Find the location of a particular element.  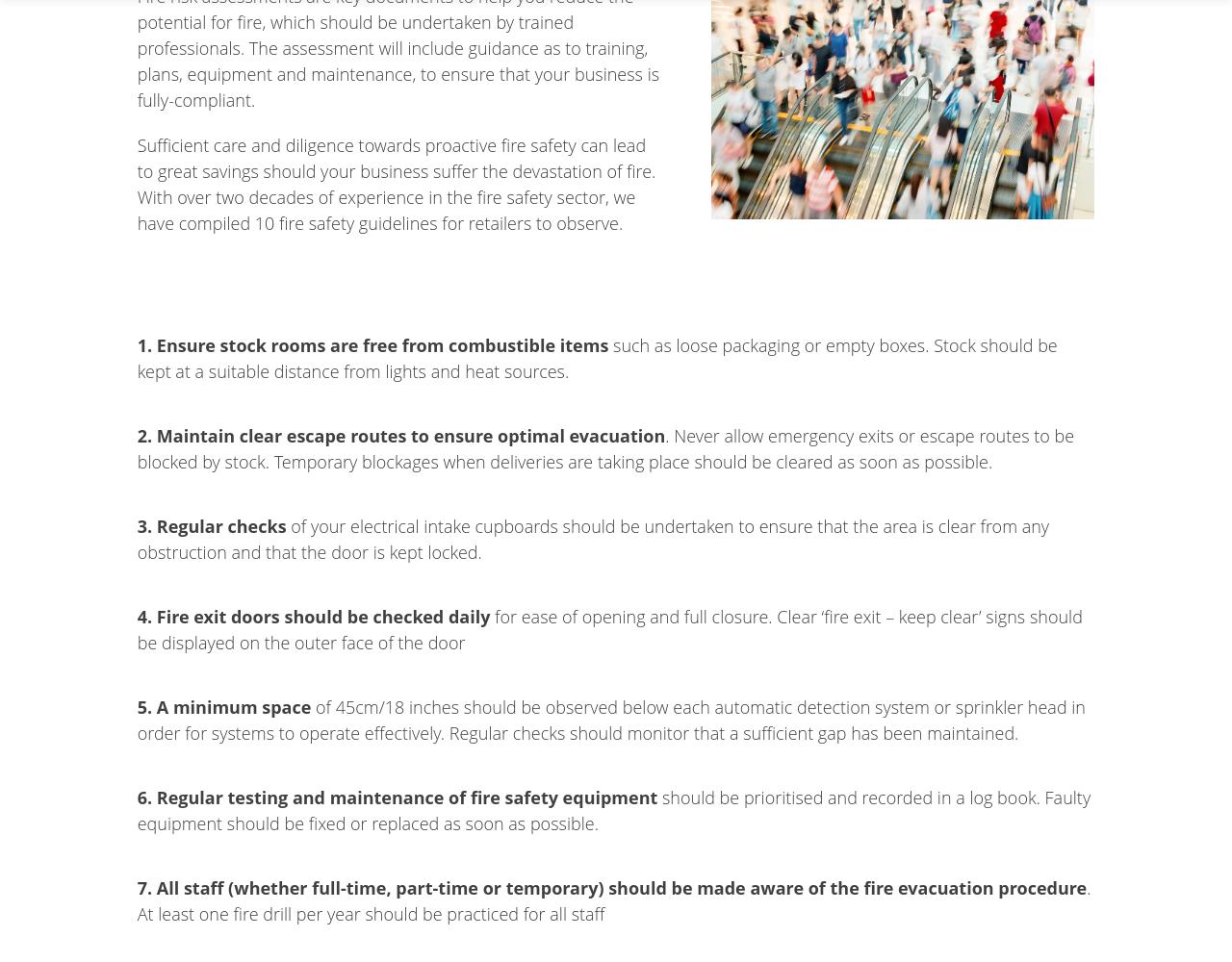

'3. Regular checks' is located at coordinates (211, 525).